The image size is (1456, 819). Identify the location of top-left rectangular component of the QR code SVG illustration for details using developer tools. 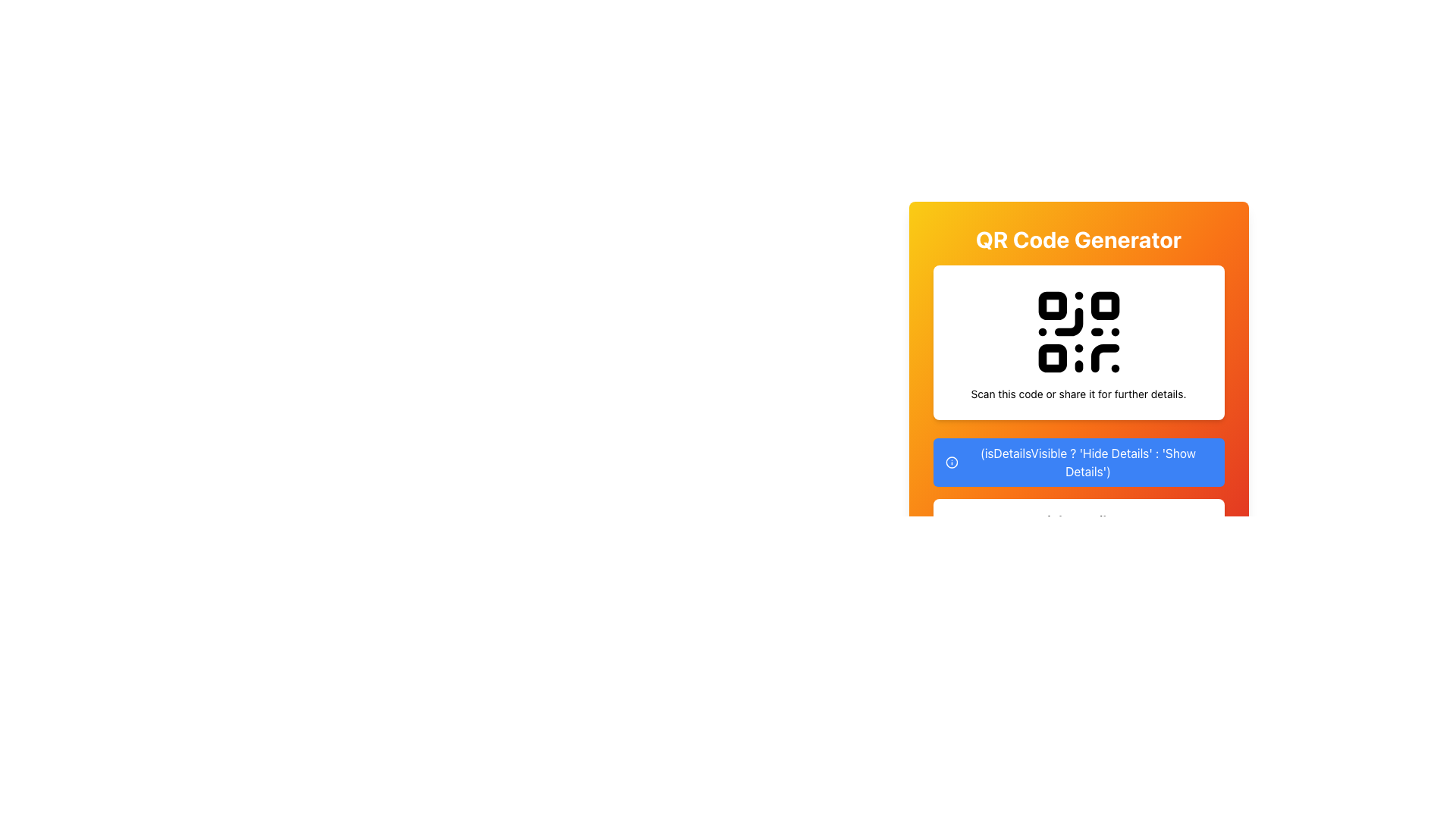
(1051, 306).